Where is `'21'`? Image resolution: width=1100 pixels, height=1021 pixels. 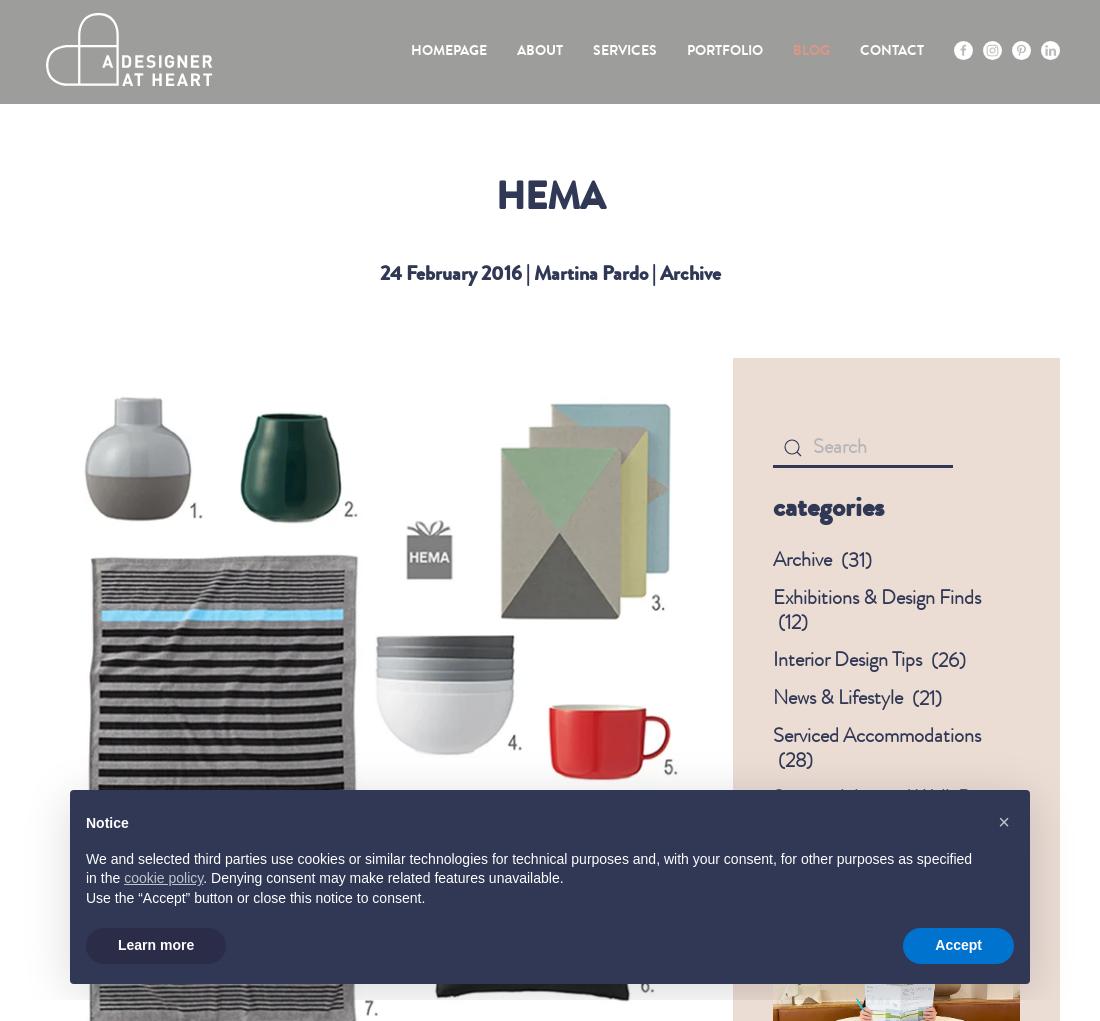
'21' is located at coordinates (919, 697).